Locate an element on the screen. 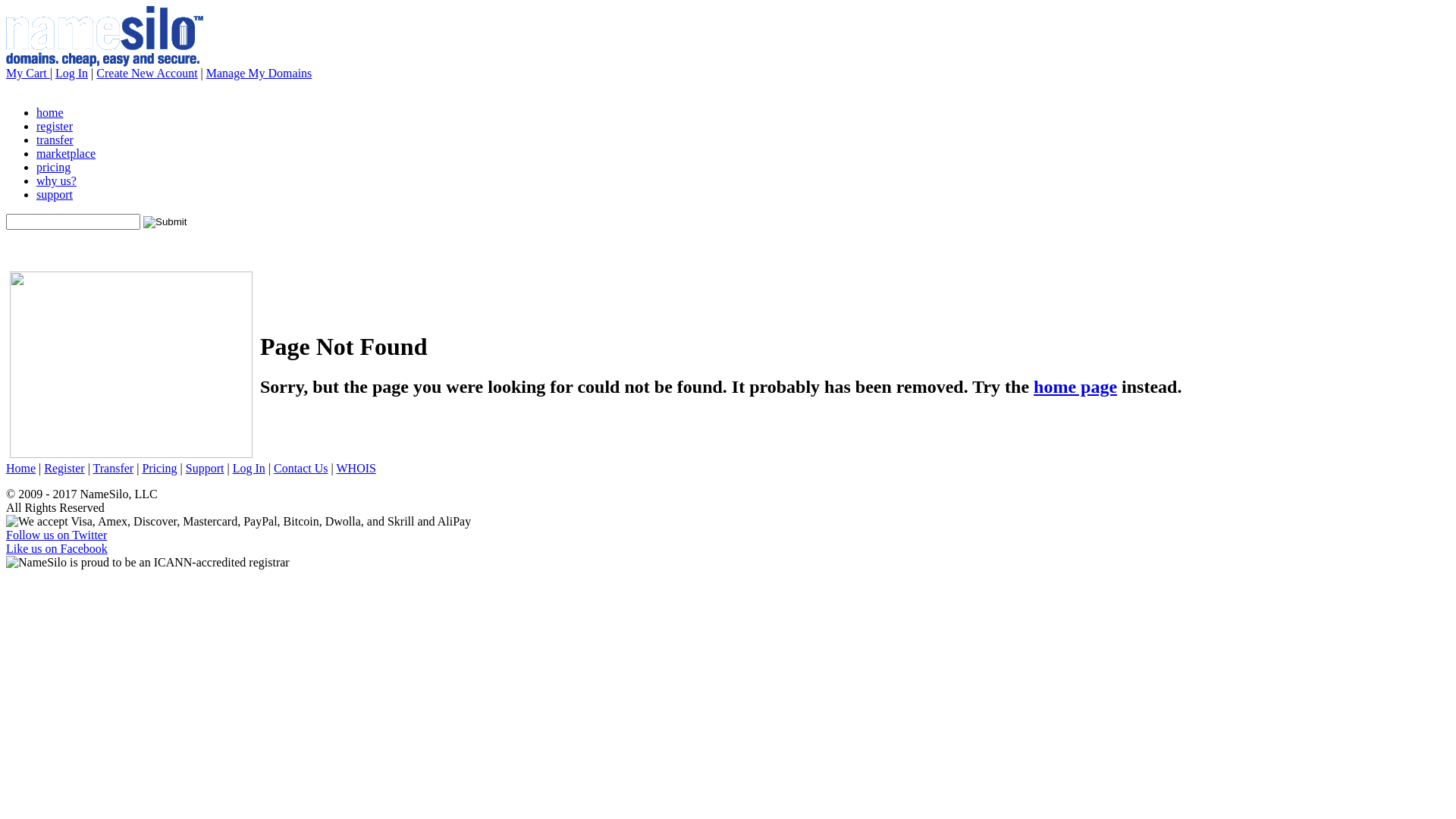  'support' is located at coordinates (55, 193).